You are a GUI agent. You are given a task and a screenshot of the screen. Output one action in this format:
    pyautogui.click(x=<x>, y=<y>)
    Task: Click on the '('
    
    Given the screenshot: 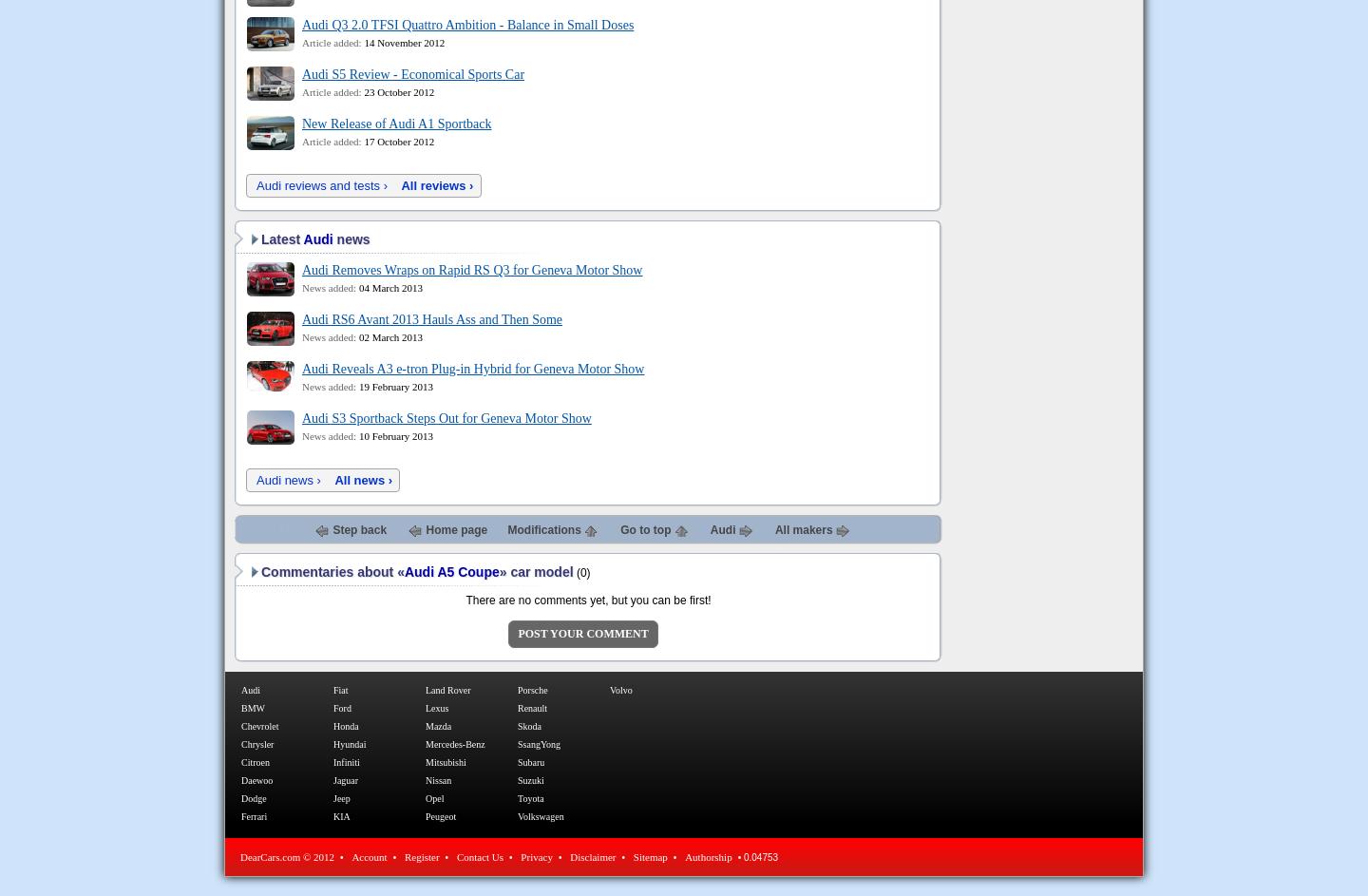 What is the action you would take?
    pyautogui.click(x=576, y=571)
    